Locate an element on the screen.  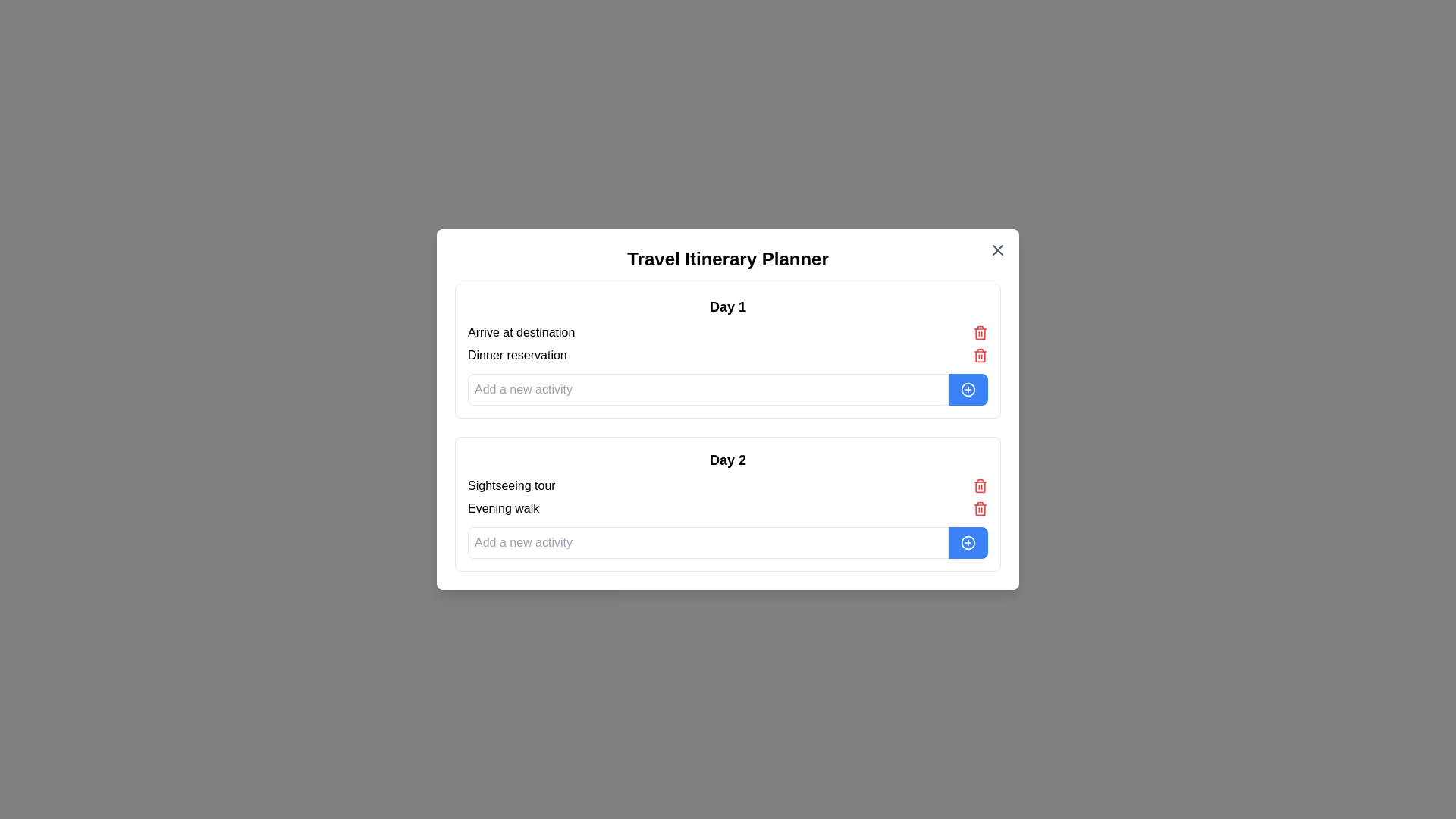
the blue circular button with a plus icon located to the right of the input field labeled 'Add a new activity' under 'Day 1' in the travel itinerary planner pop-up is located at coordinates (967, 388).